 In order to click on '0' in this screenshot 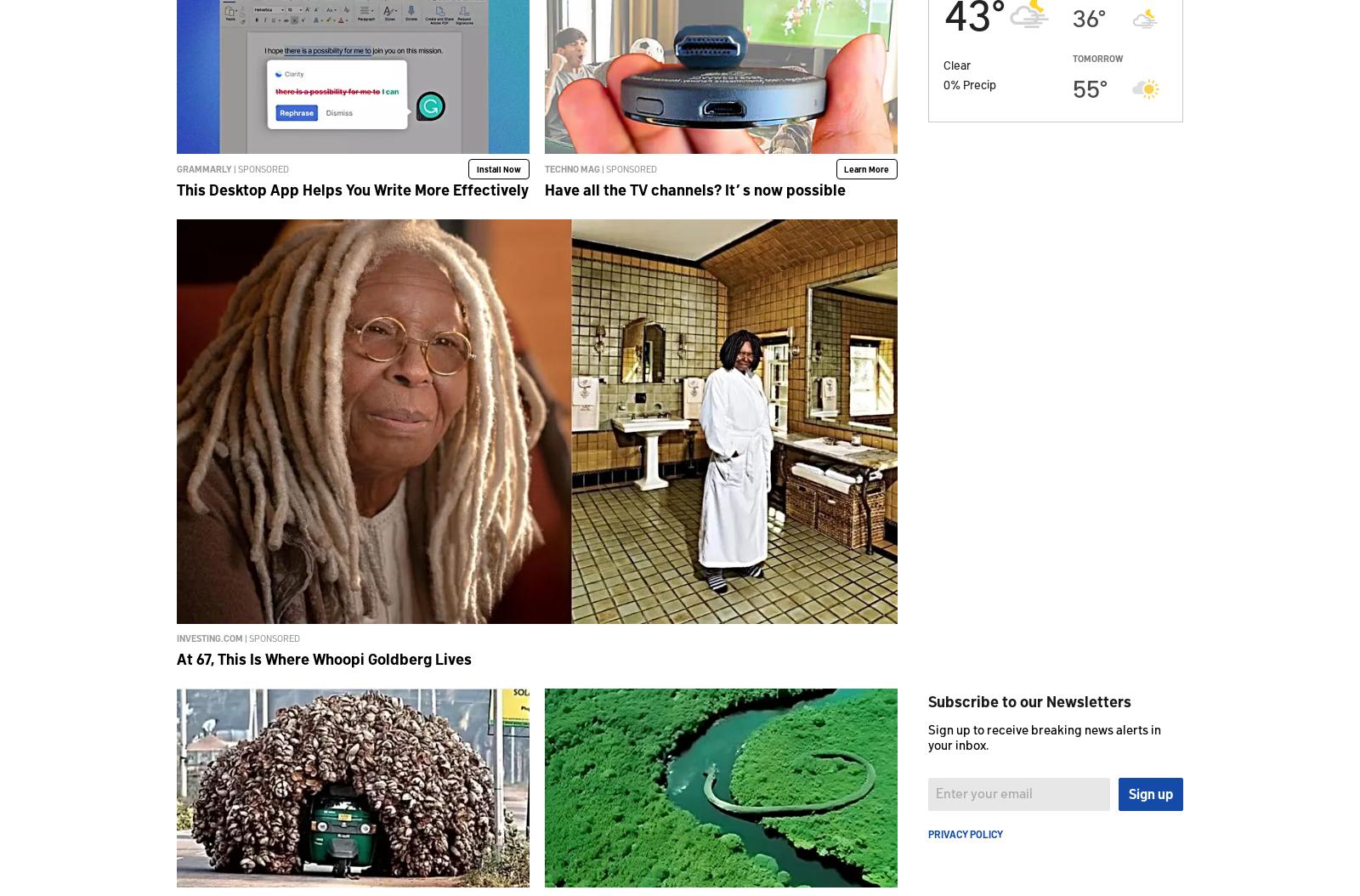, I will do `click(947, 82)`.